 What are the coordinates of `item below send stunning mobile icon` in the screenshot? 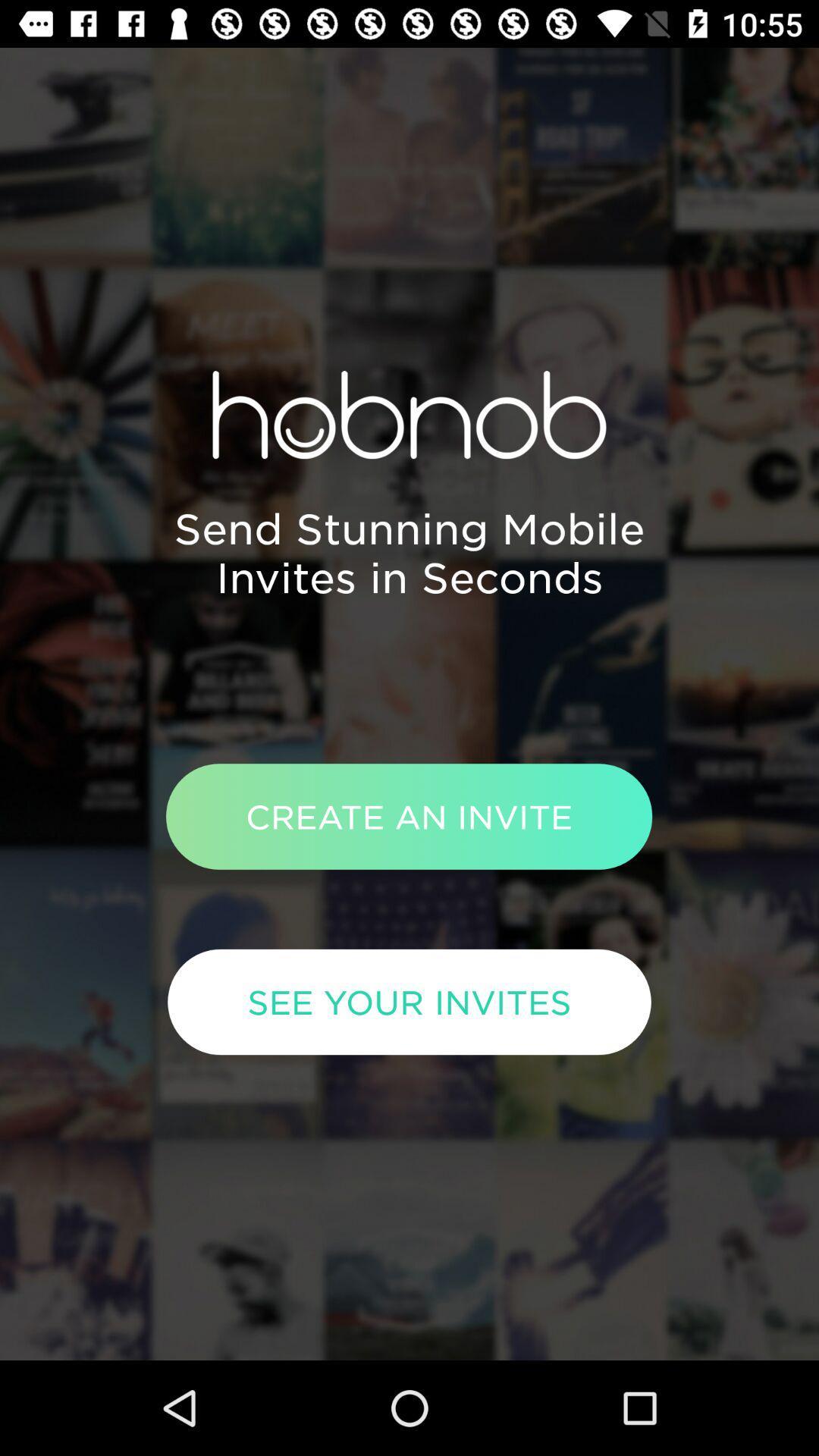 It's located at (408, 815).